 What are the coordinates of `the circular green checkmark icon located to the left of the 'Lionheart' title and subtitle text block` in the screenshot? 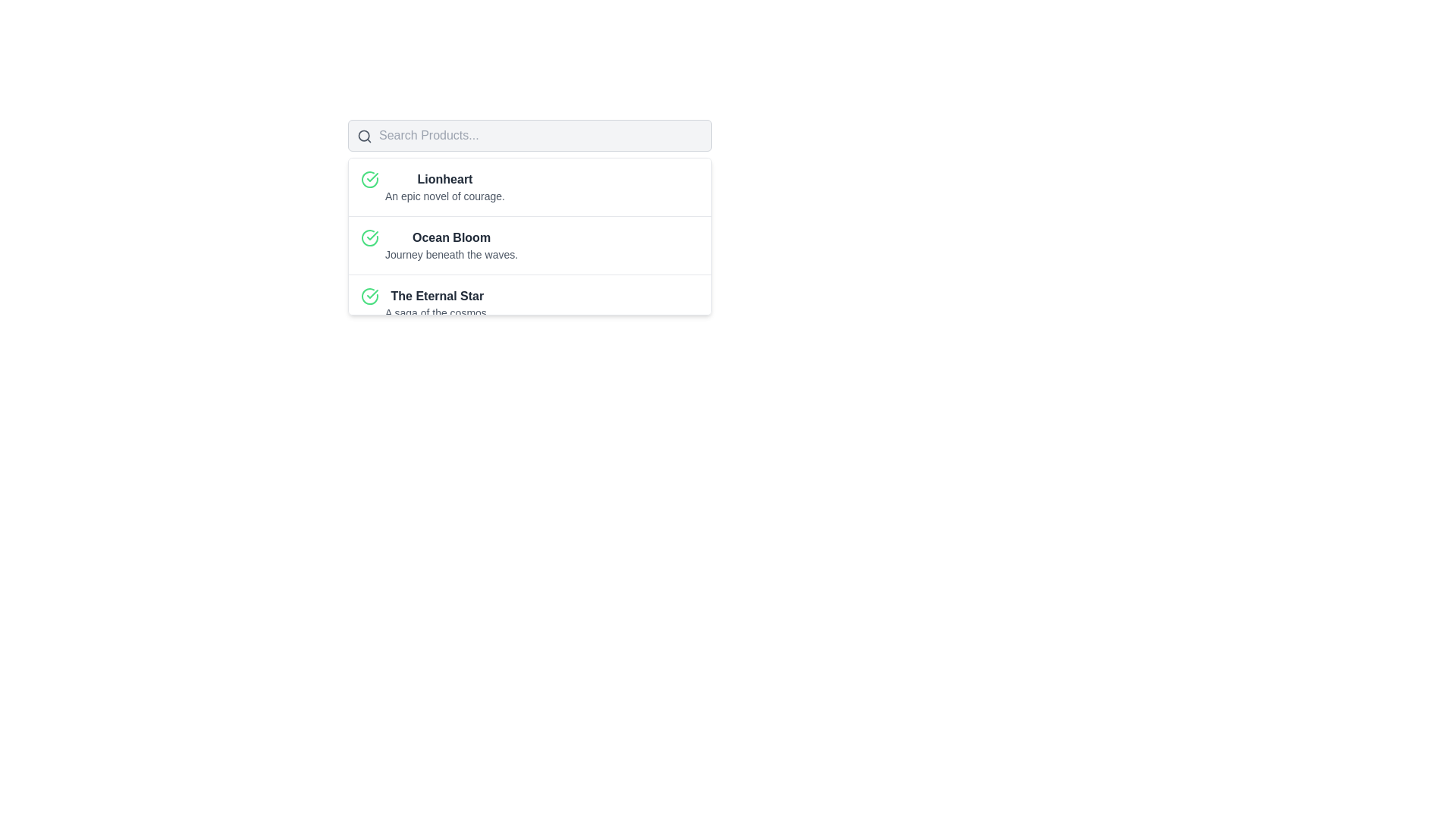 It's located at (370, 178).